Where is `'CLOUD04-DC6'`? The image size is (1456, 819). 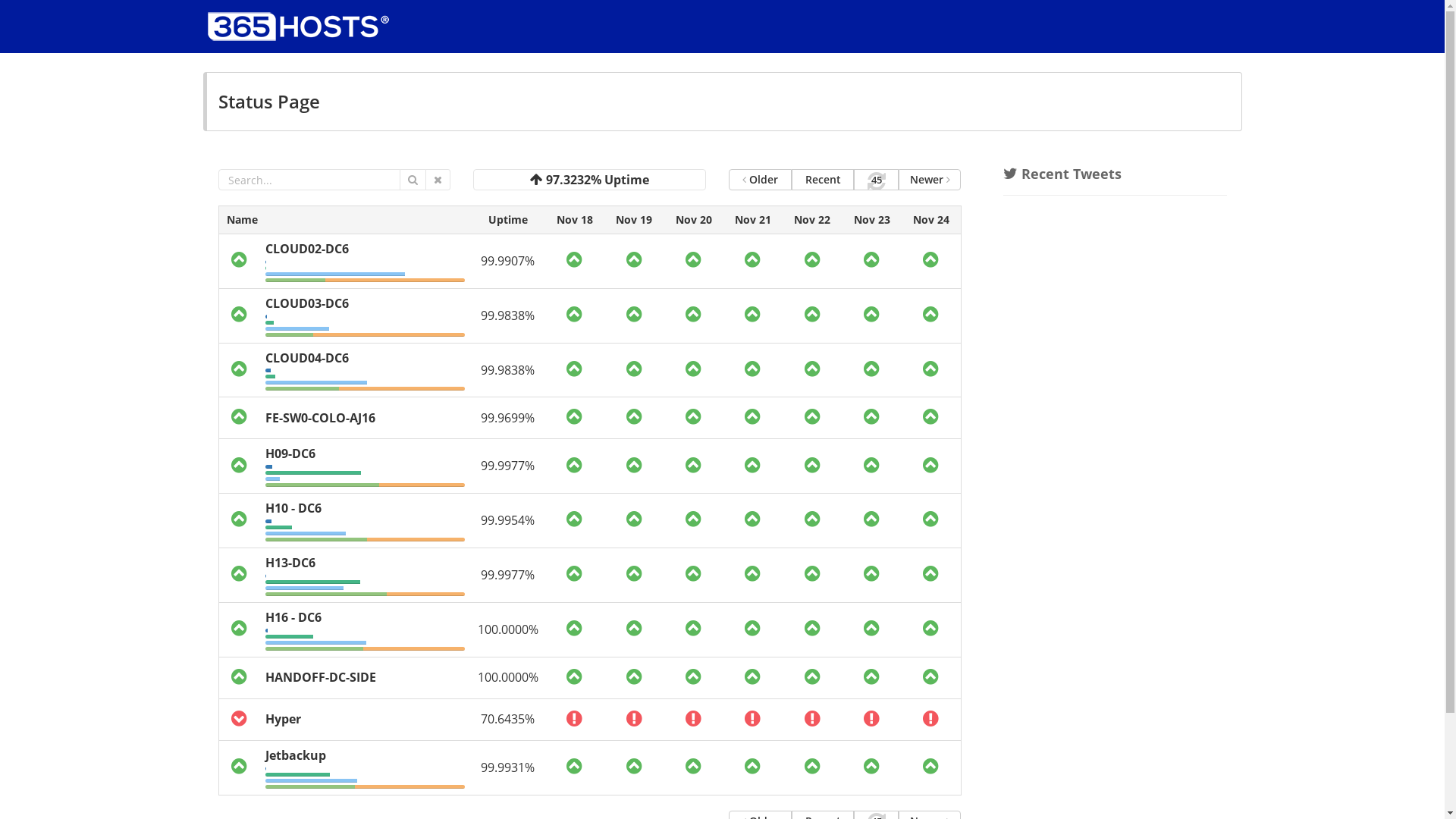
'CLOUD04-DC6' is located at coordinates (265, 357).